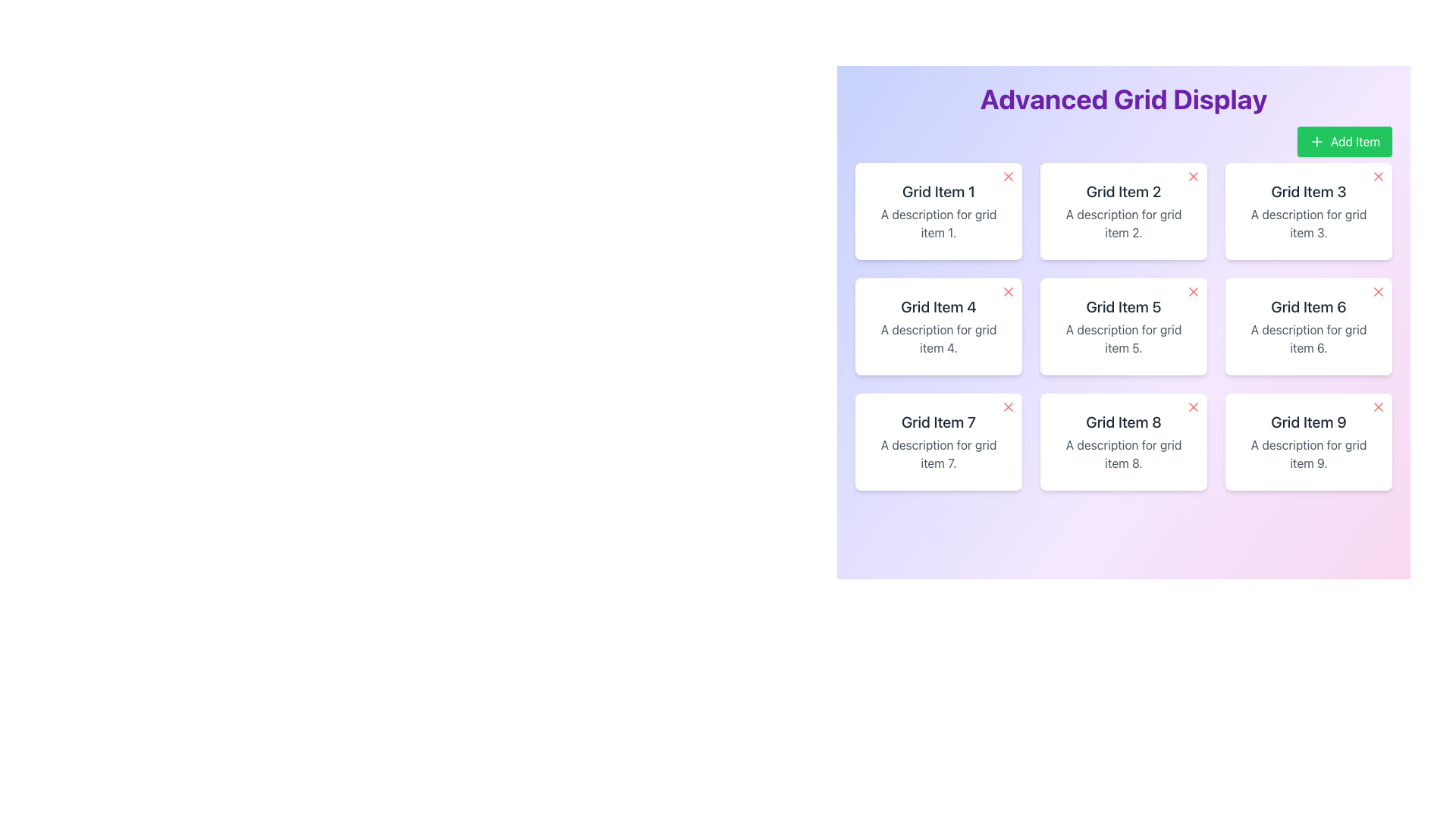  I want to click on the deletion icon located in the top-right corner of 'Grid Item 5', so click(1193, 292).